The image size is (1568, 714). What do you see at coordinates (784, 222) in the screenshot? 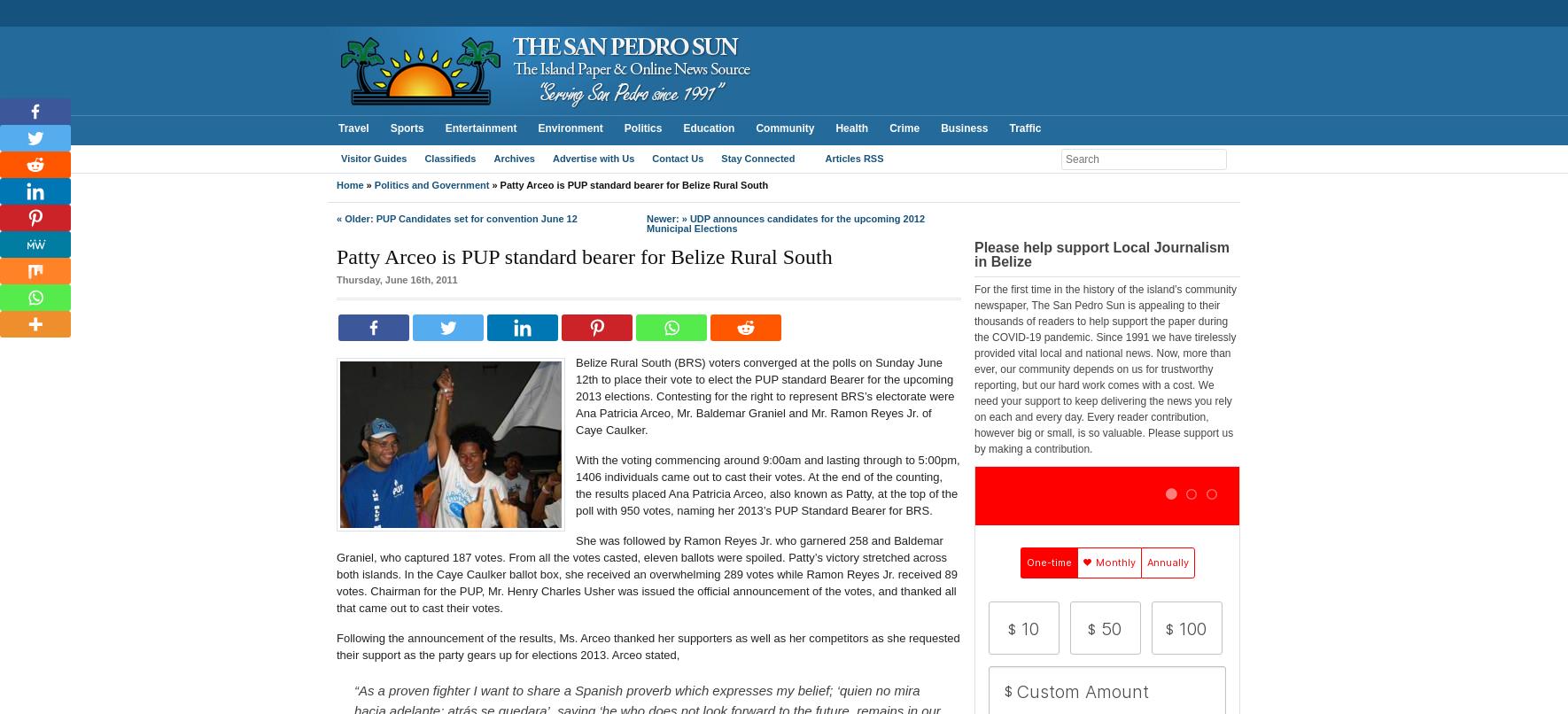
I see `'UDP announces candidates for the upcoming 2012 Municipal Elections'` at bounding box center [784, 222].